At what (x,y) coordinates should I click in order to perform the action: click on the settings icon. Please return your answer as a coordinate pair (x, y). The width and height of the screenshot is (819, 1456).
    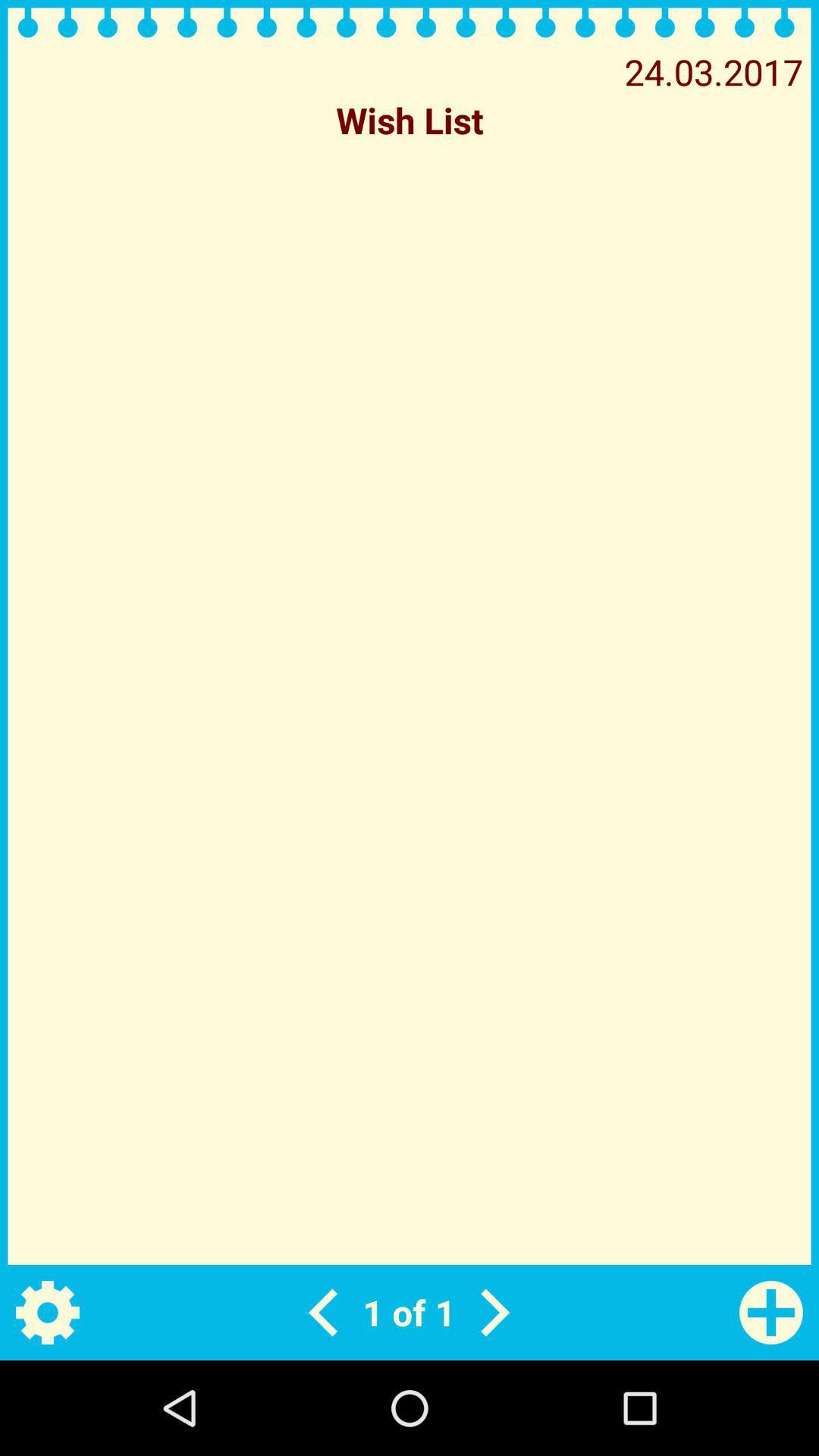
    Looking at the image, I should click on (46, 1404).